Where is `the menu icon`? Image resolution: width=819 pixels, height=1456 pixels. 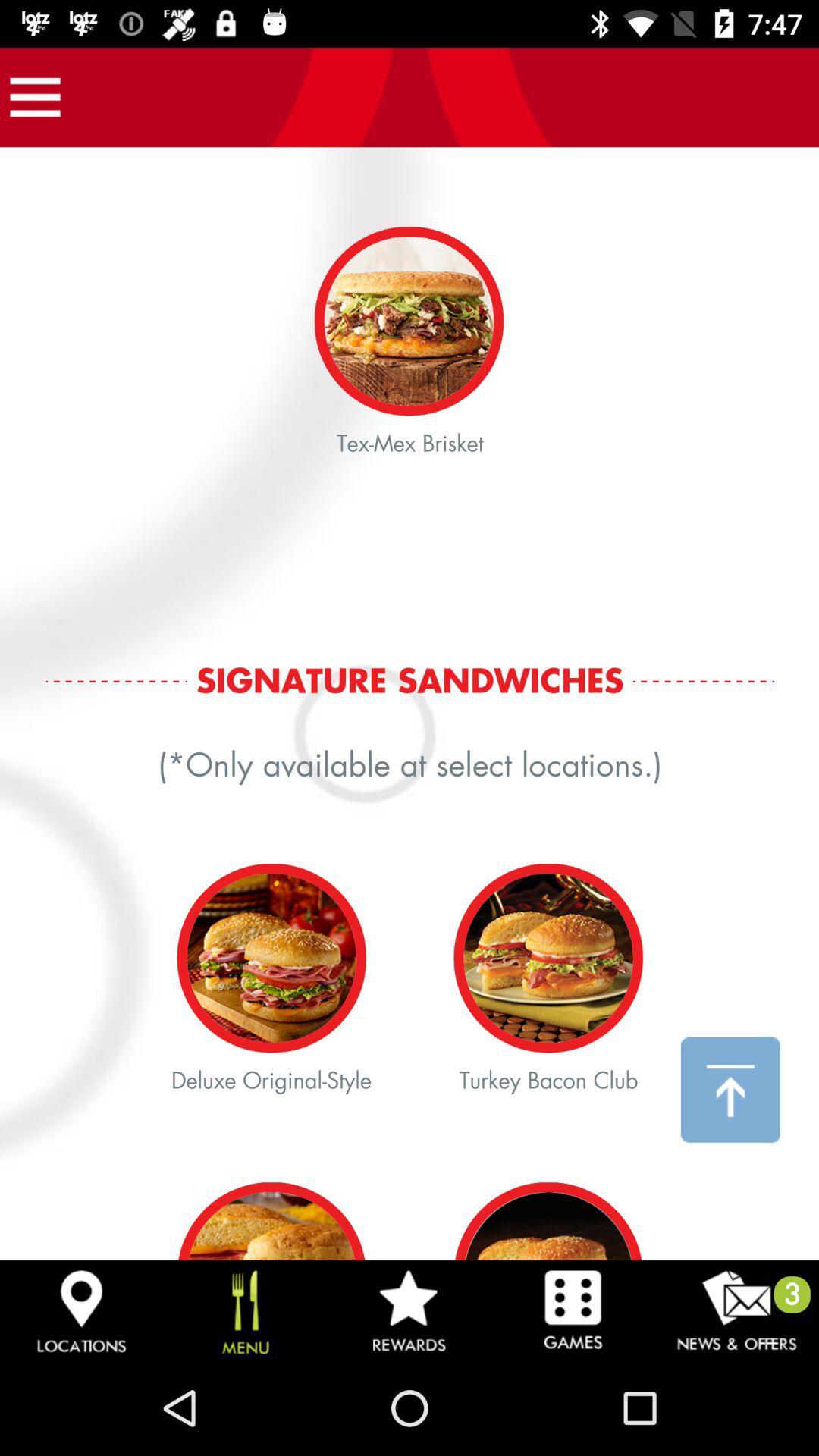 the menu icon is located at coordinates (34, 96).